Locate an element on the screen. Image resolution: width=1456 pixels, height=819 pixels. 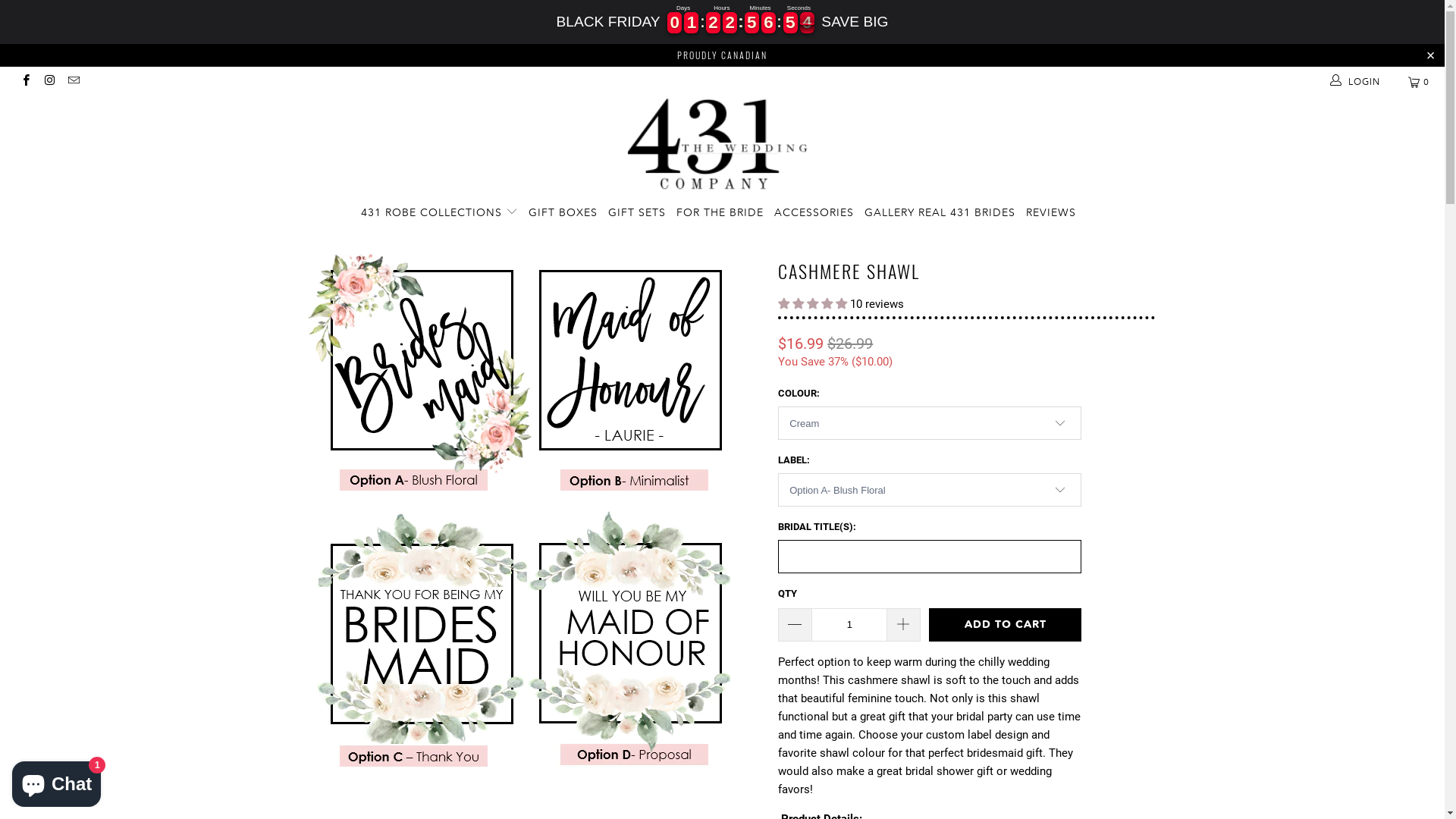
'431 ROBE COLLECTIONS' is located at coordinates (359, 212).